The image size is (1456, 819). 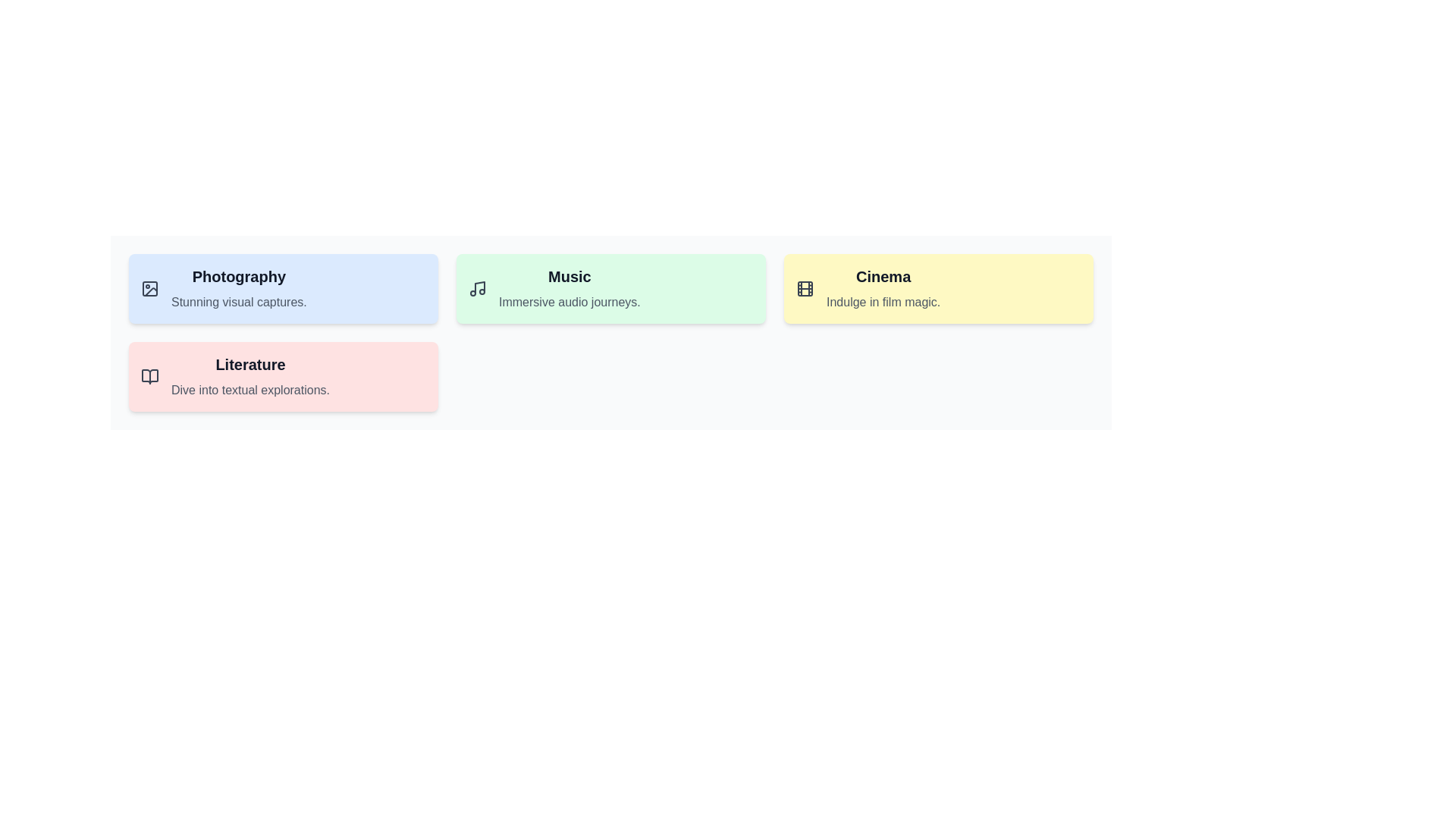 What do you see at coordinates (883, 277) in the screenshot?
I see `heading text displaying the word 'Cinema', which is bold and large, styled in dark color on a light yellow background, located in the top-right part of the interface` at bounding box center [883, 277].